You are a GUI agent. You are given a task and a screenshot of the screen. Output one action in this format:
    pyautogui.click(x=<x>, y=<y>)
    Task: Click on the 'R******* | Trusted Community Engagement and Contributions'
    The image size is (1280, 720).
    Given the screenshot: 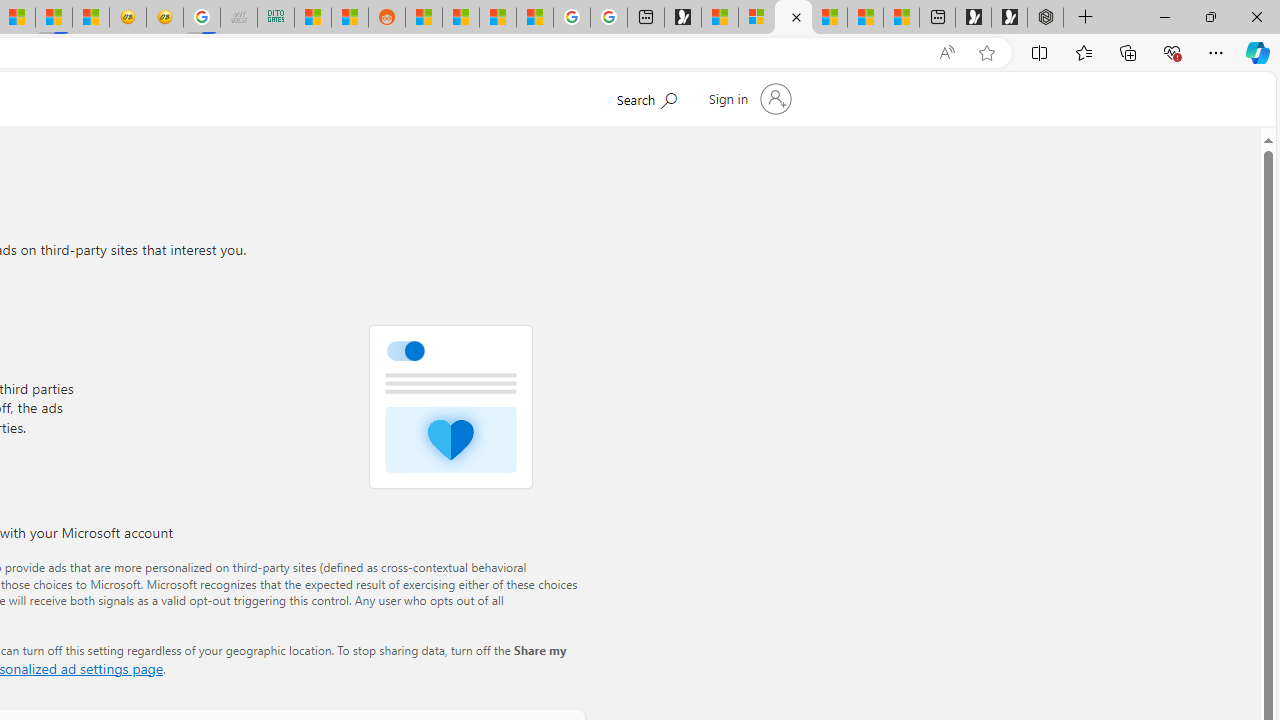 What is the action you would take?
    pyautogui.click(x=422, y=17)
    